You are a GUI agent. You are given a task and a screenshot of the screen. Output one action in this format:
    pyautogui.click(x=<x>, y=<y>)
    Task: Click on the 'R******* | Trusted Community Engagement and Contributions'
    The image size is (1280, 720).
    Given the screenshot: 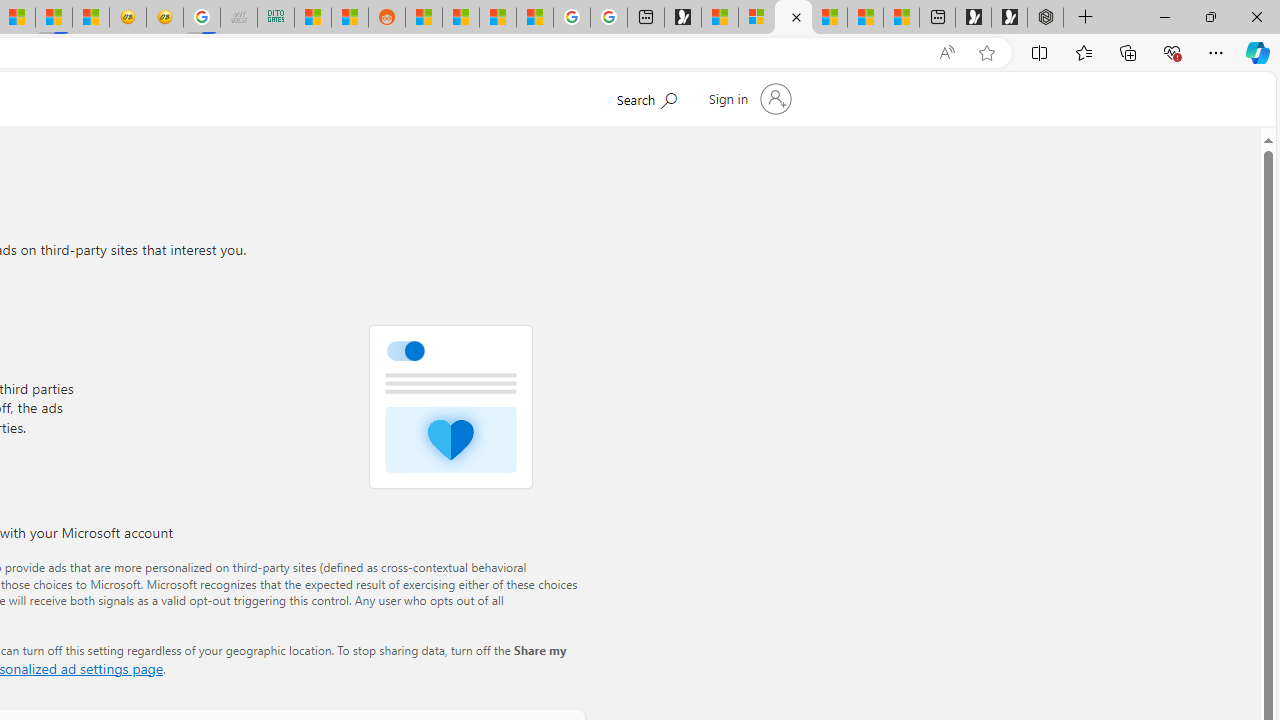 What is the action you would take?
    pyautogui.click(x=422, y=17)
    